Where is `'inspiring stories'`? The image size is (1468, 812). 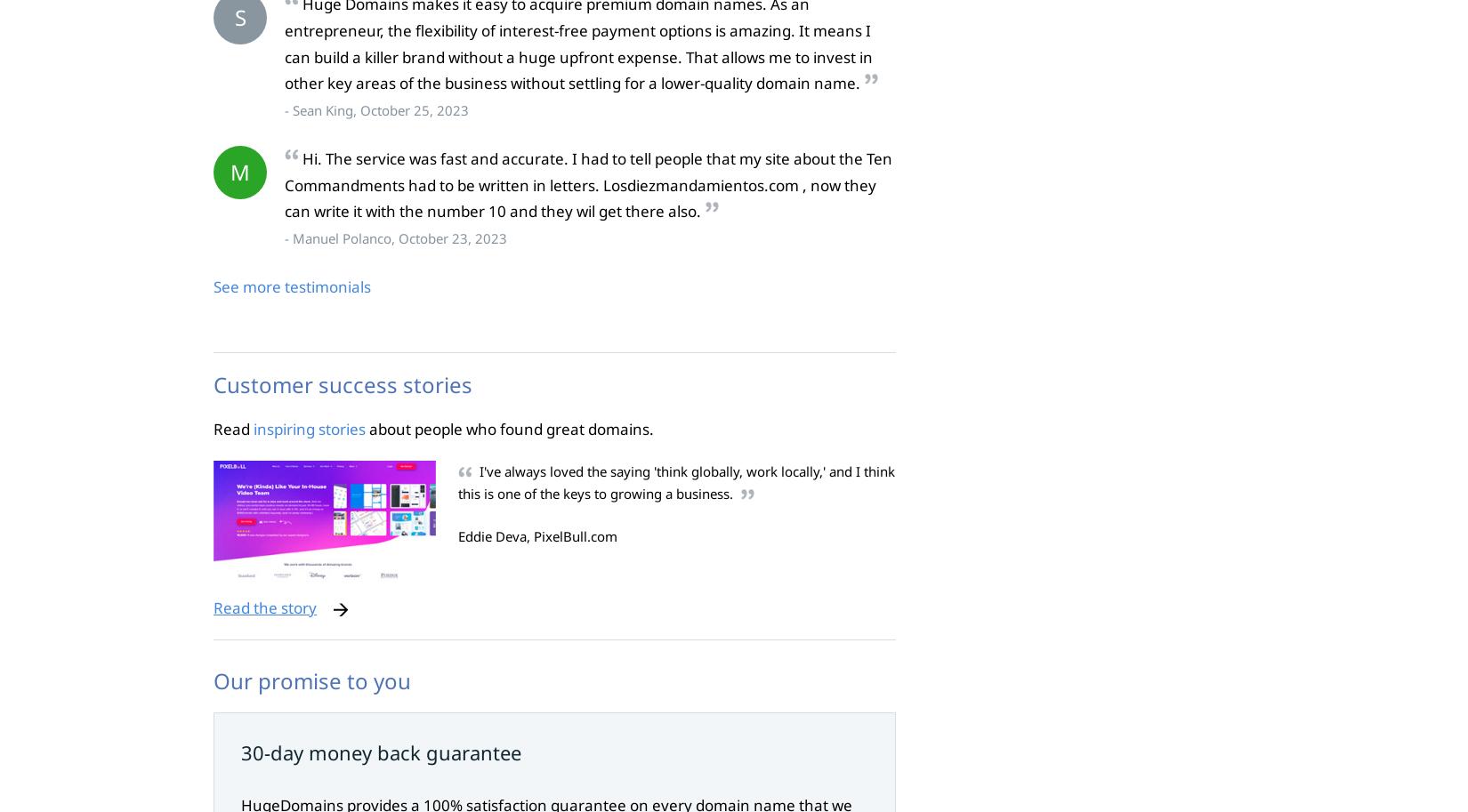
'inspiring stories' is located at coordinates (309, 428).